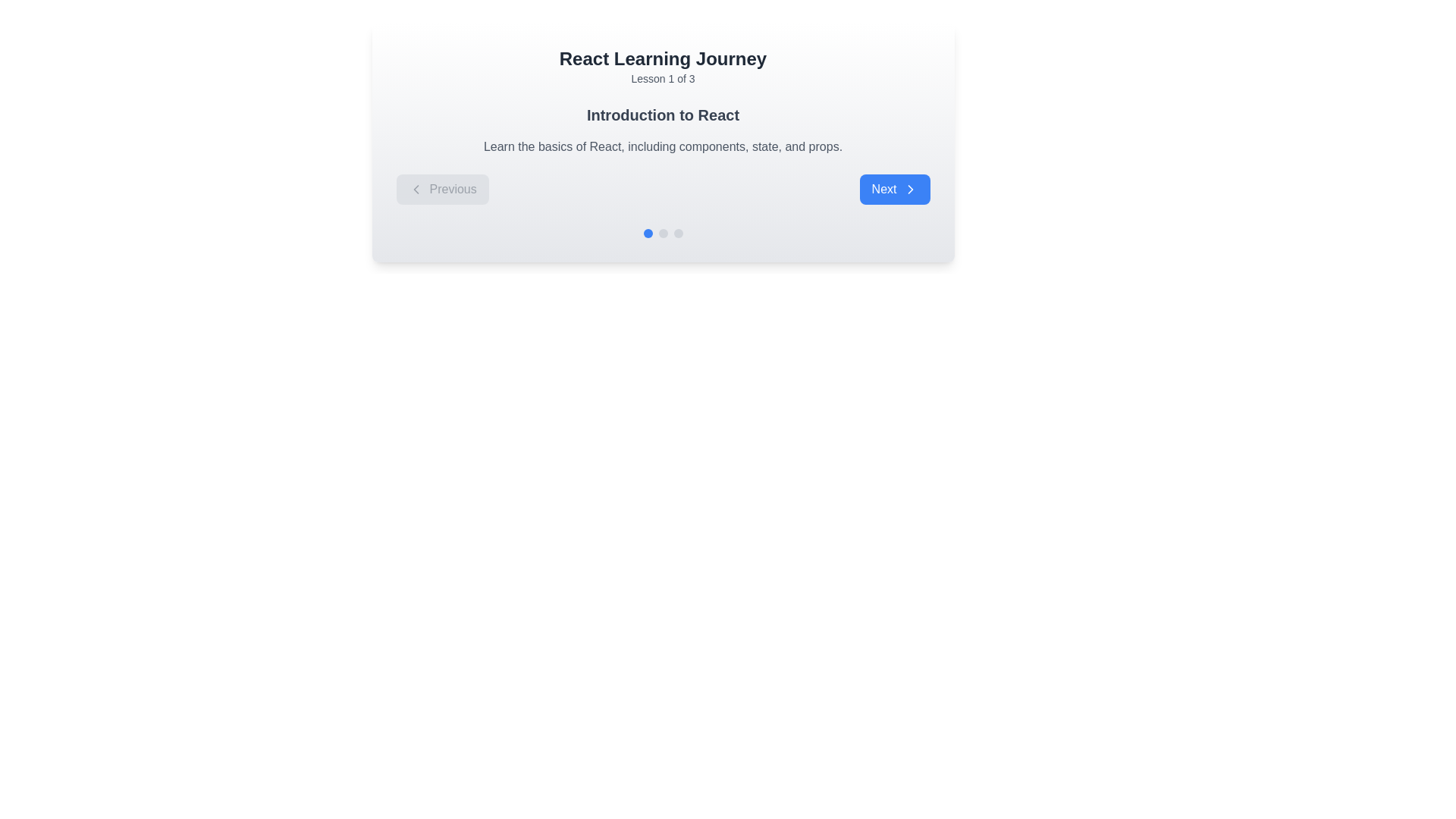  What do you see at coordinates (441, 189) in the screenshot?
I see `the 'Previous' button, which is a rectangular button with a gray background, rounded edges, and a left-facing chevron icon` at bounding box center [441, 189].